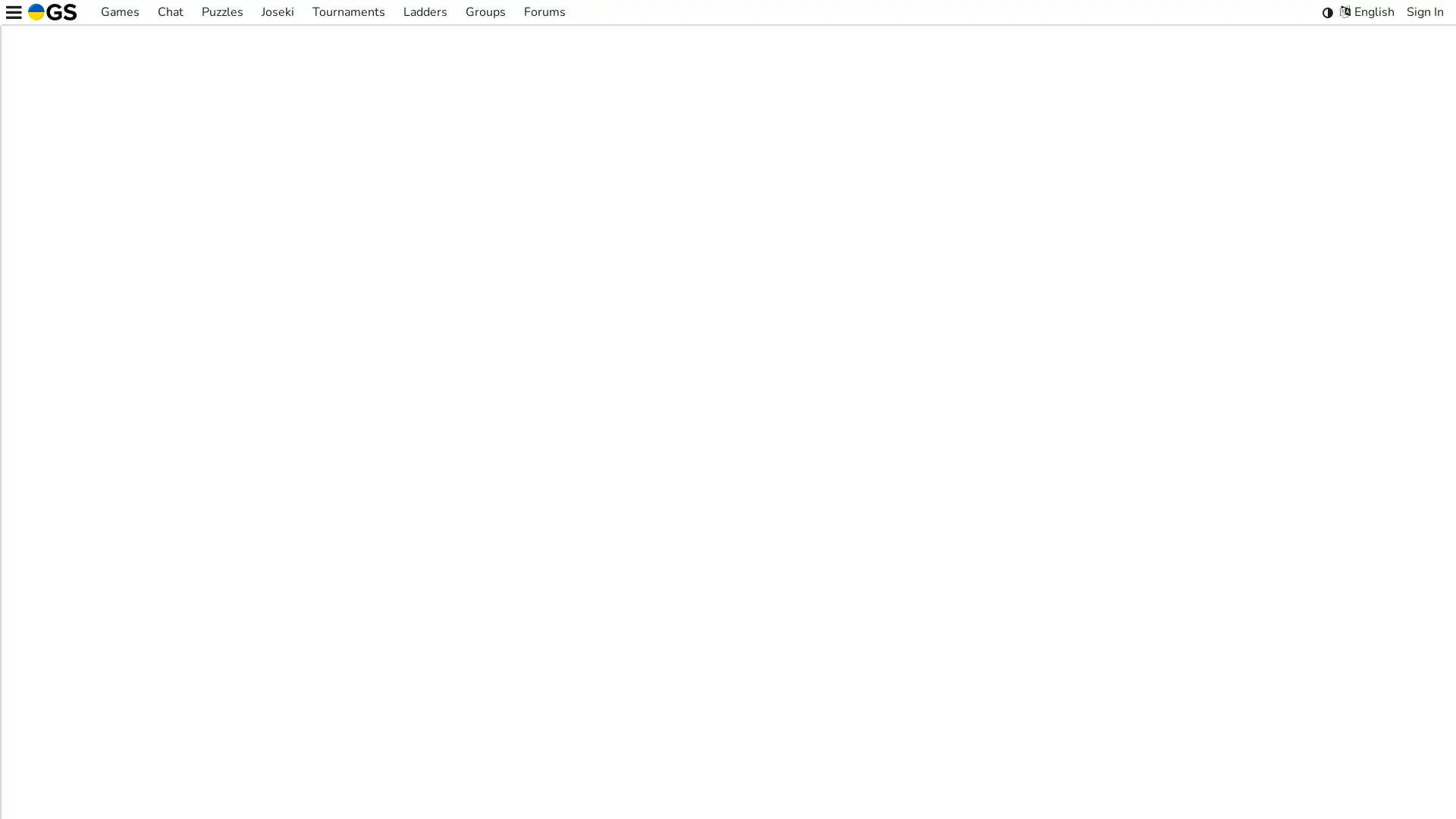  Describe the element at coordinates (776, 598) in the screenshot. I see `Ranked` at that location.